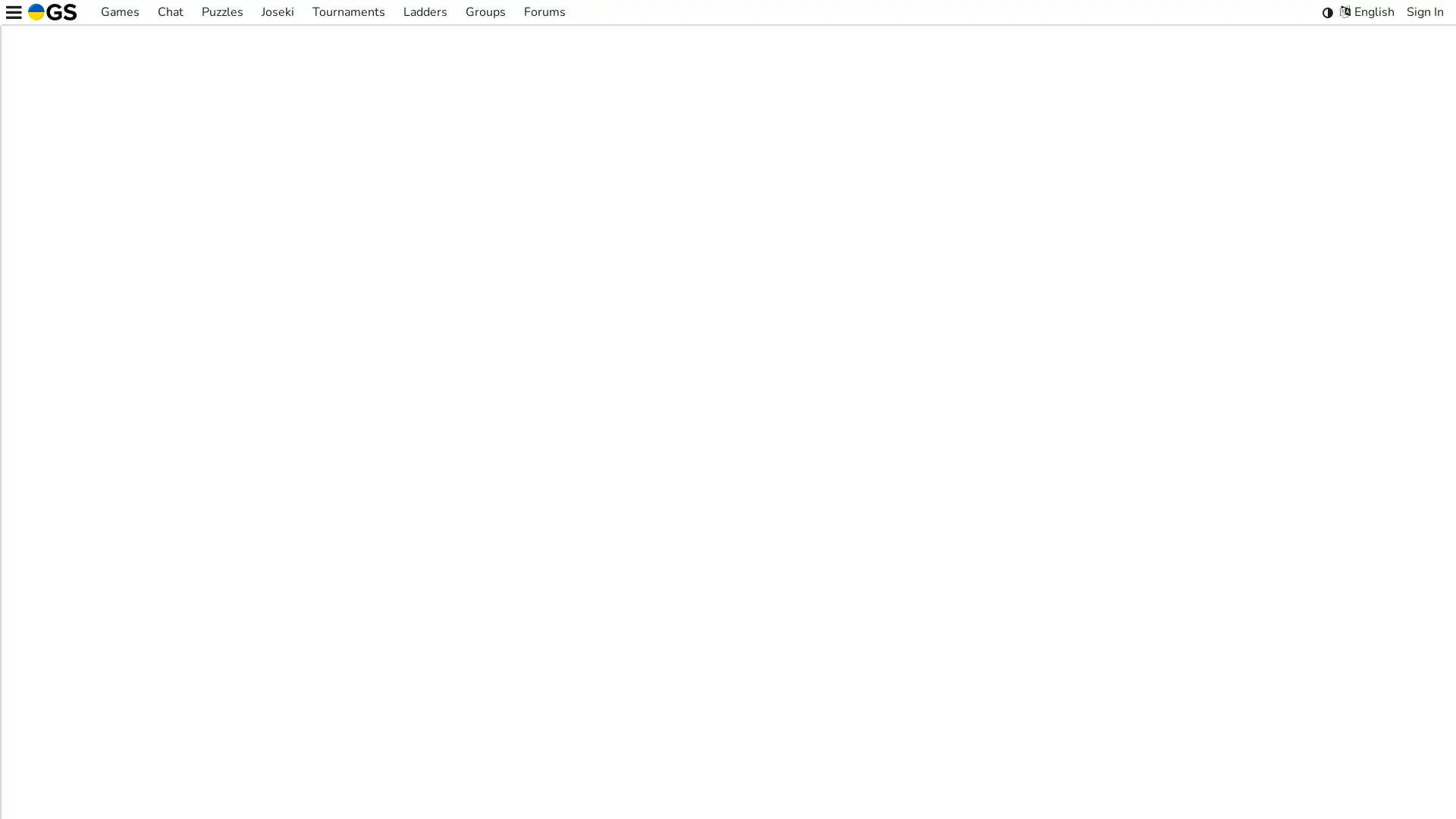  Describe the element at coordinates (776, 598) in the screenshot. I see `Ranked` at that location.